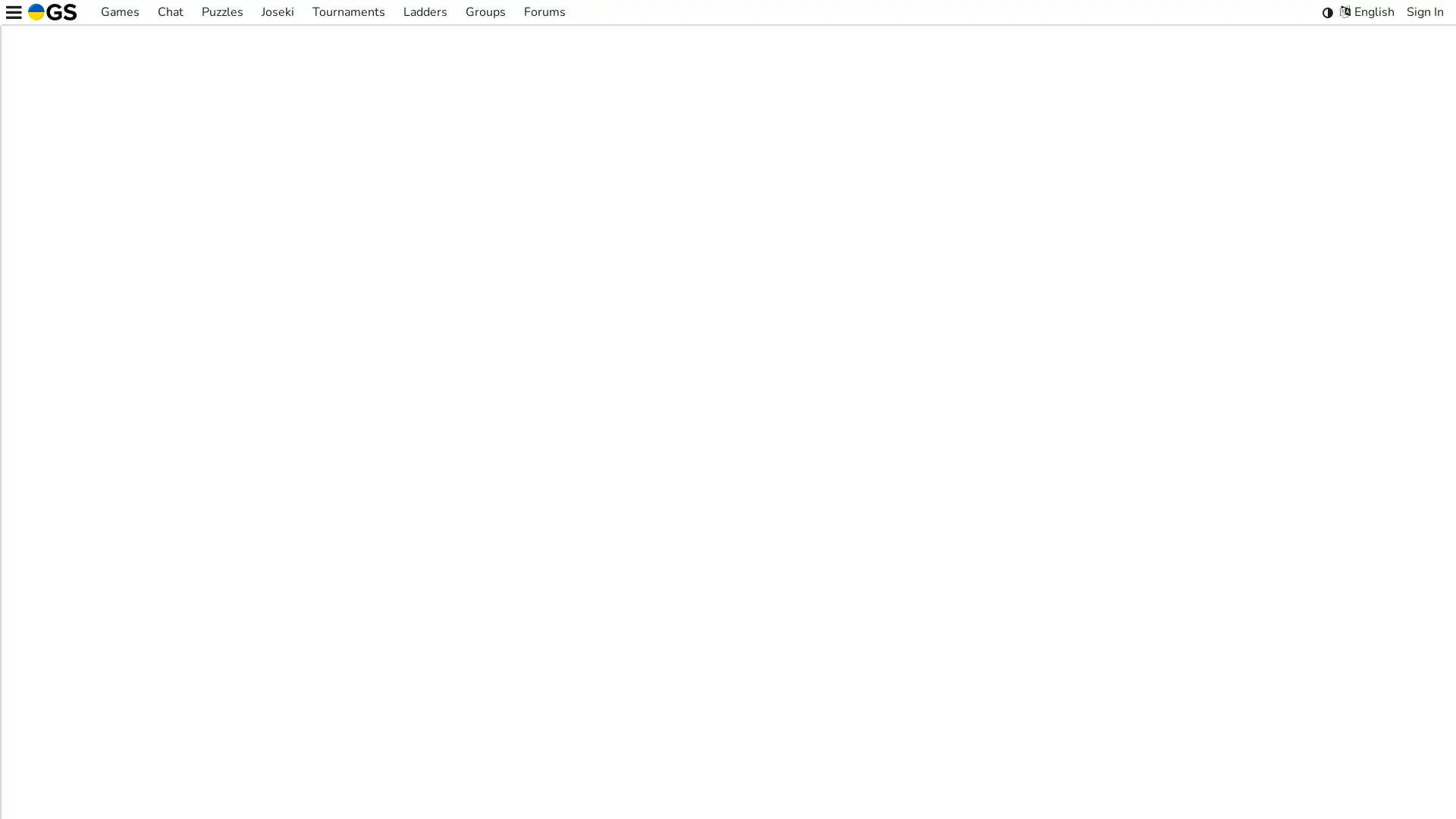  Describe the element at coordinates (776, 598) in the screenshot. I see `Ranked` at that location.